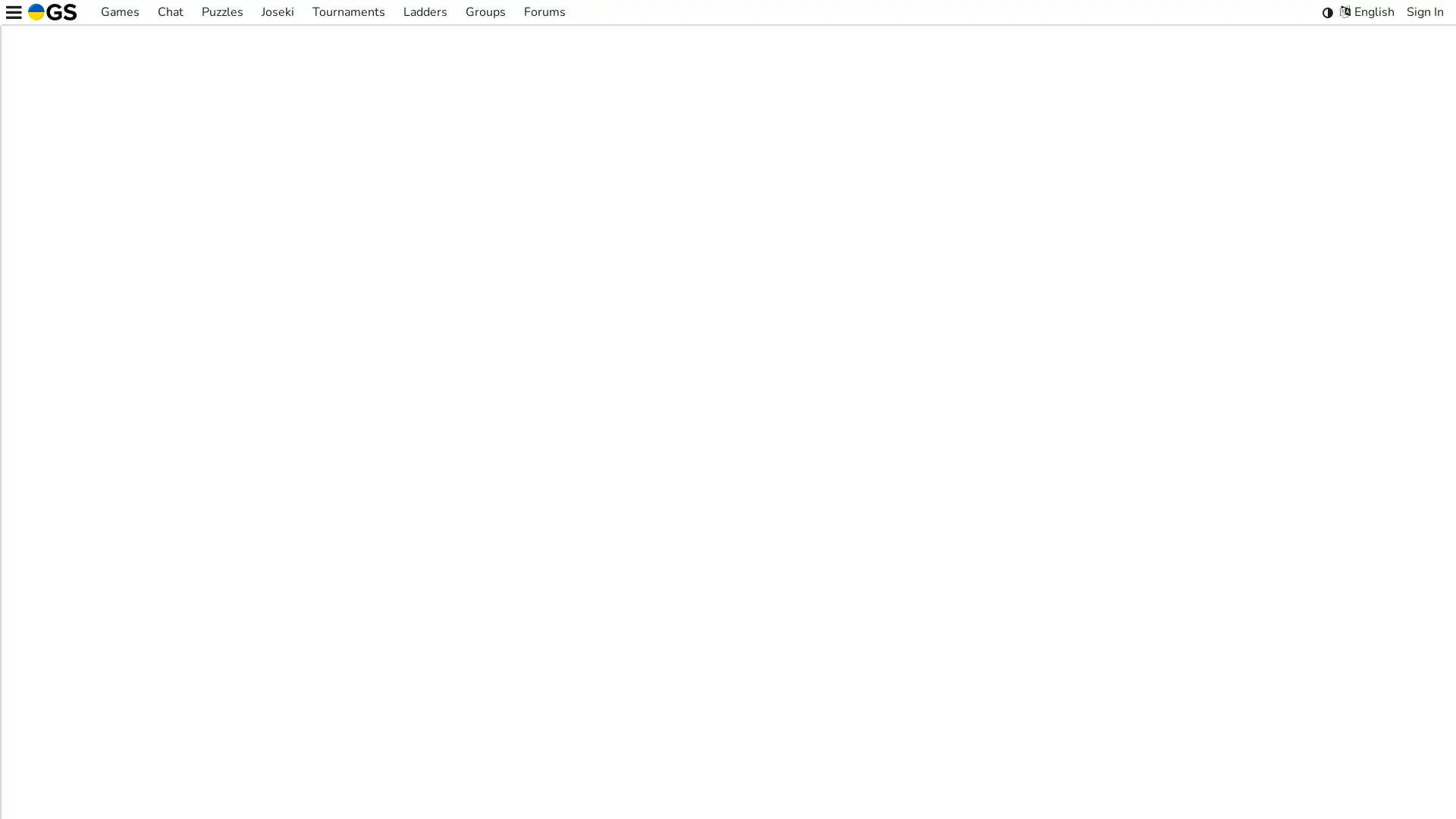  Describe the element at coordinates (776, 598) in the screenshot. I see `Ranked` at that location.